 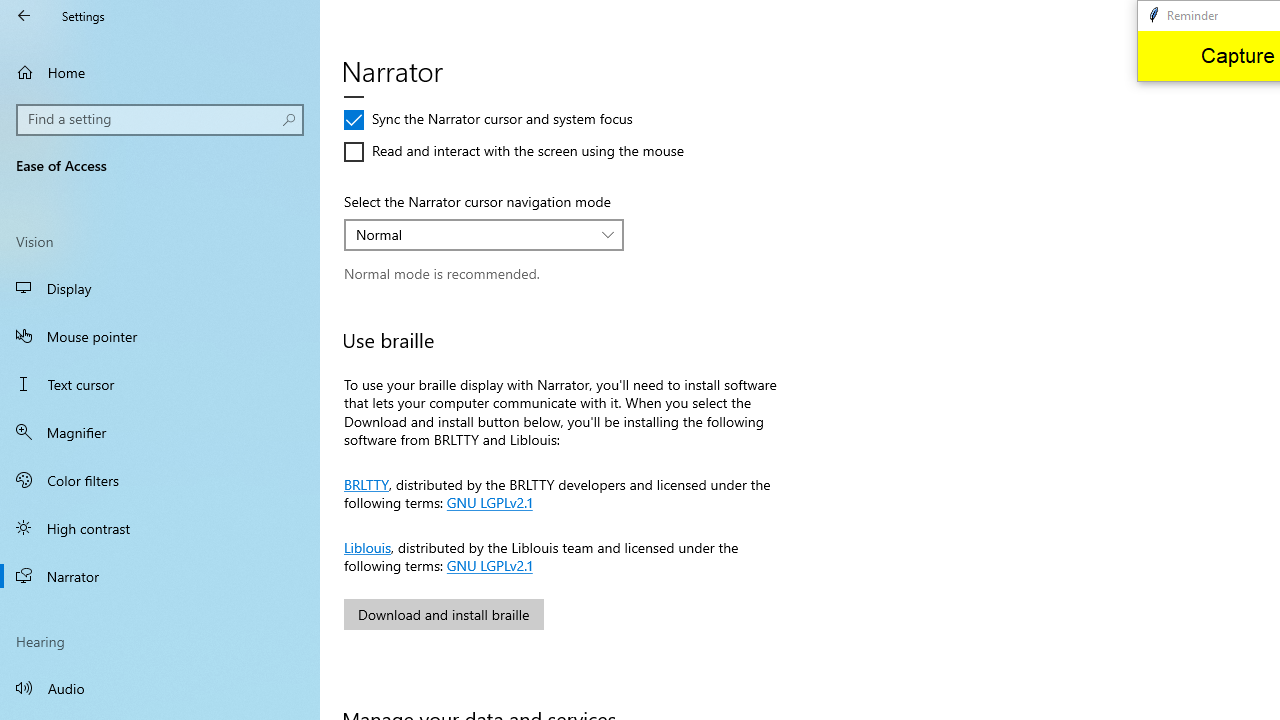 I want to click on 'Back', so click(x=24, y=15).